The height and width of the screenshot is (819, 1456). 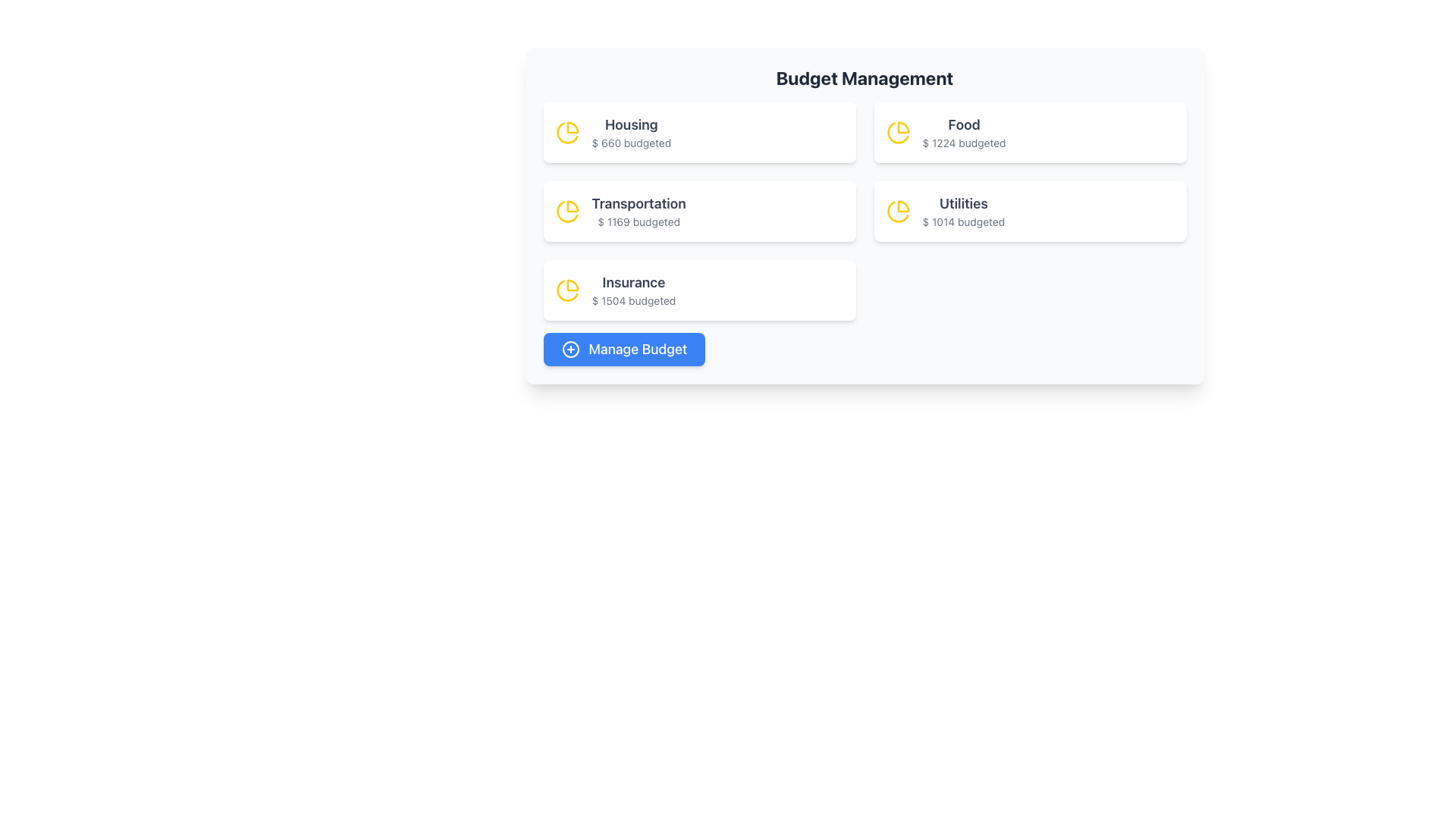 I want to click on the 'Insurance' text block that displays budget information, located in the bottom-left card of the 'Budget Management' section, below 'Transportation' and to the left of 'Utilities', so click(x=633, y=290).